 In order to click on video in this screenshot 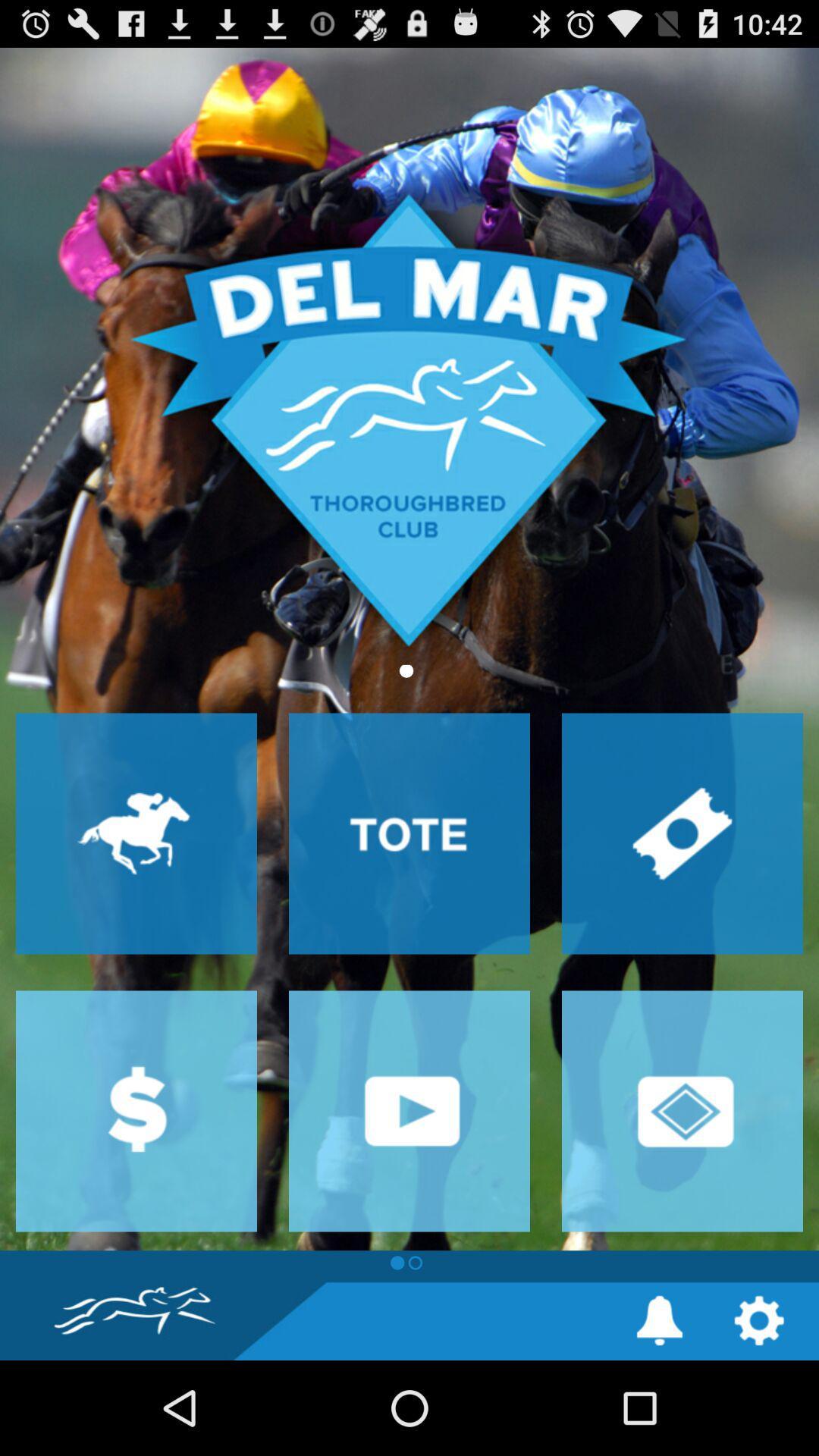, I will do `click(409, 1111)`.